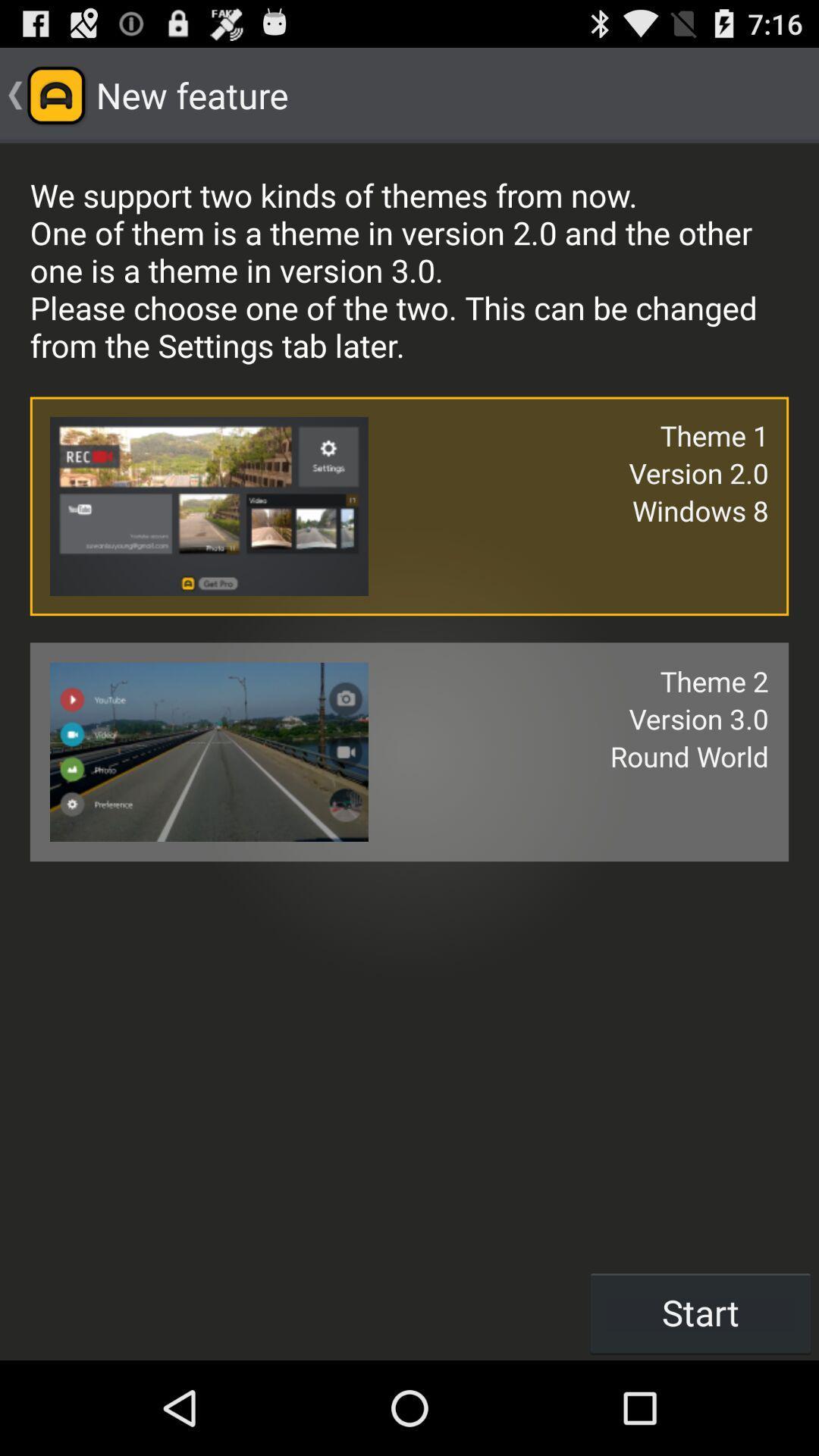 The width and height of the screenshot is (819, 1456). What do you see at coordinates (701, 1312) in the screenshot?
I see `item at the bottom right corner` at bounding box center [701, 1312].